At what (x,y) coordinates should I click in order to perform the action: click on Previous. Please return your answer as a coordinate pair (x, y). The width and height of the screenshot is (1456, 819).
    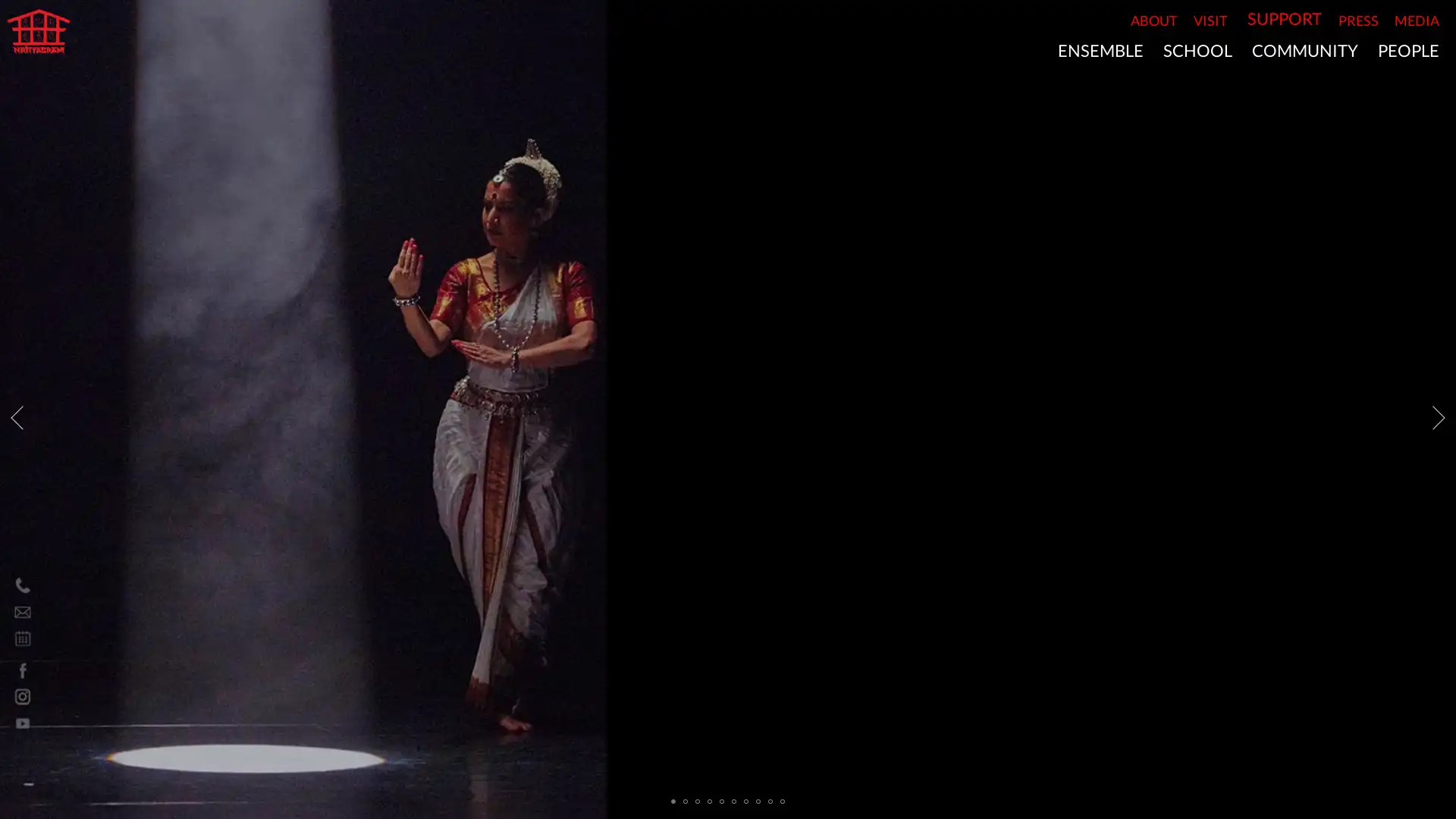
    Looking at the image, I should click on (22, 417).